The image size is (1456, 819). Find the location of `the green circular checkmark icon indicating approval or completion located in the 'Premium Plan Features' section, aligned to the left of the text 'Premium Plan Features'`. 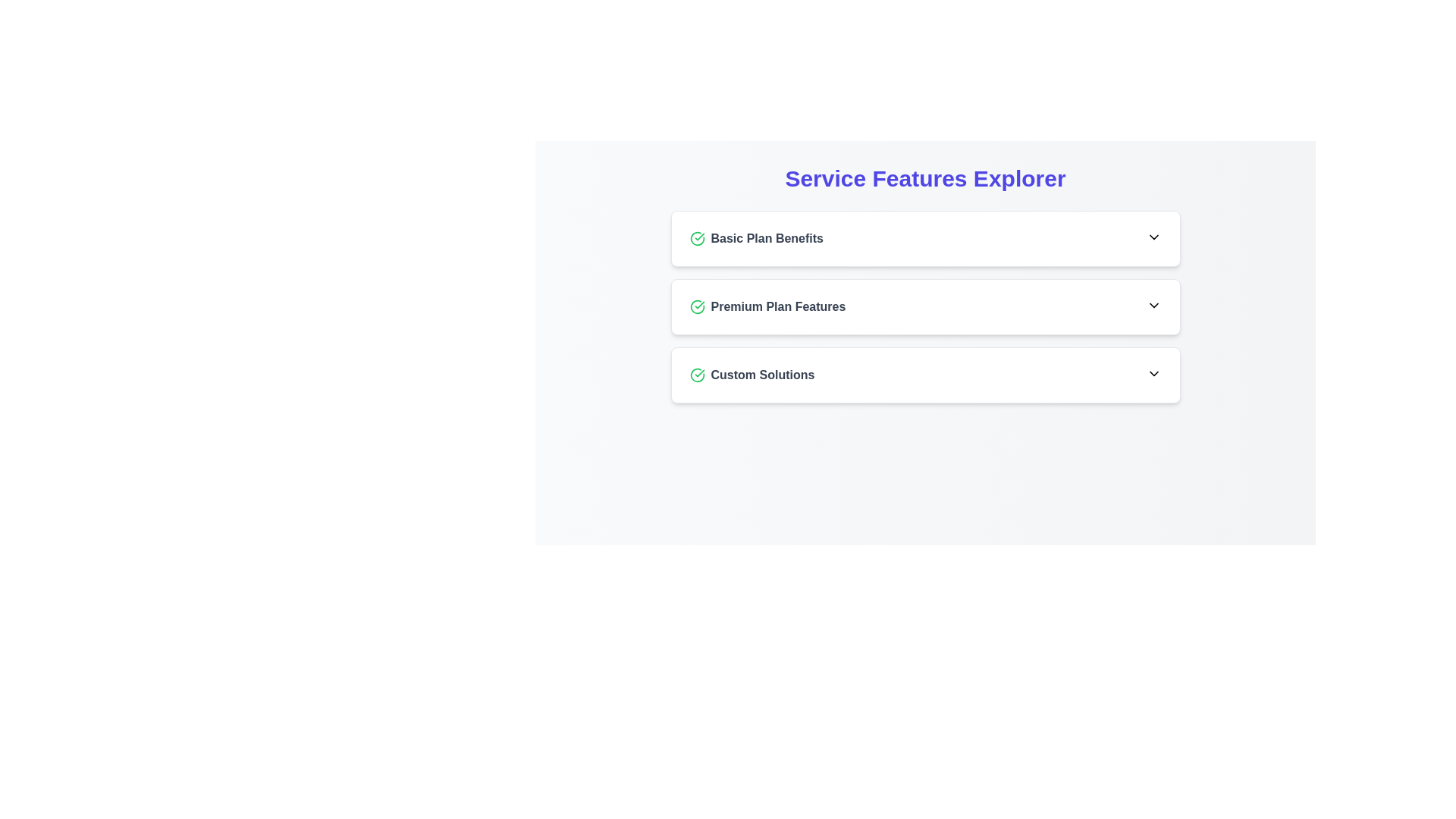

the green circular checkmark icon indicating approval or completion located in the 'Premium Plan Features' section, aligned to the left of the text 'Premium Plan Features' is located at coordinates (696, 307).